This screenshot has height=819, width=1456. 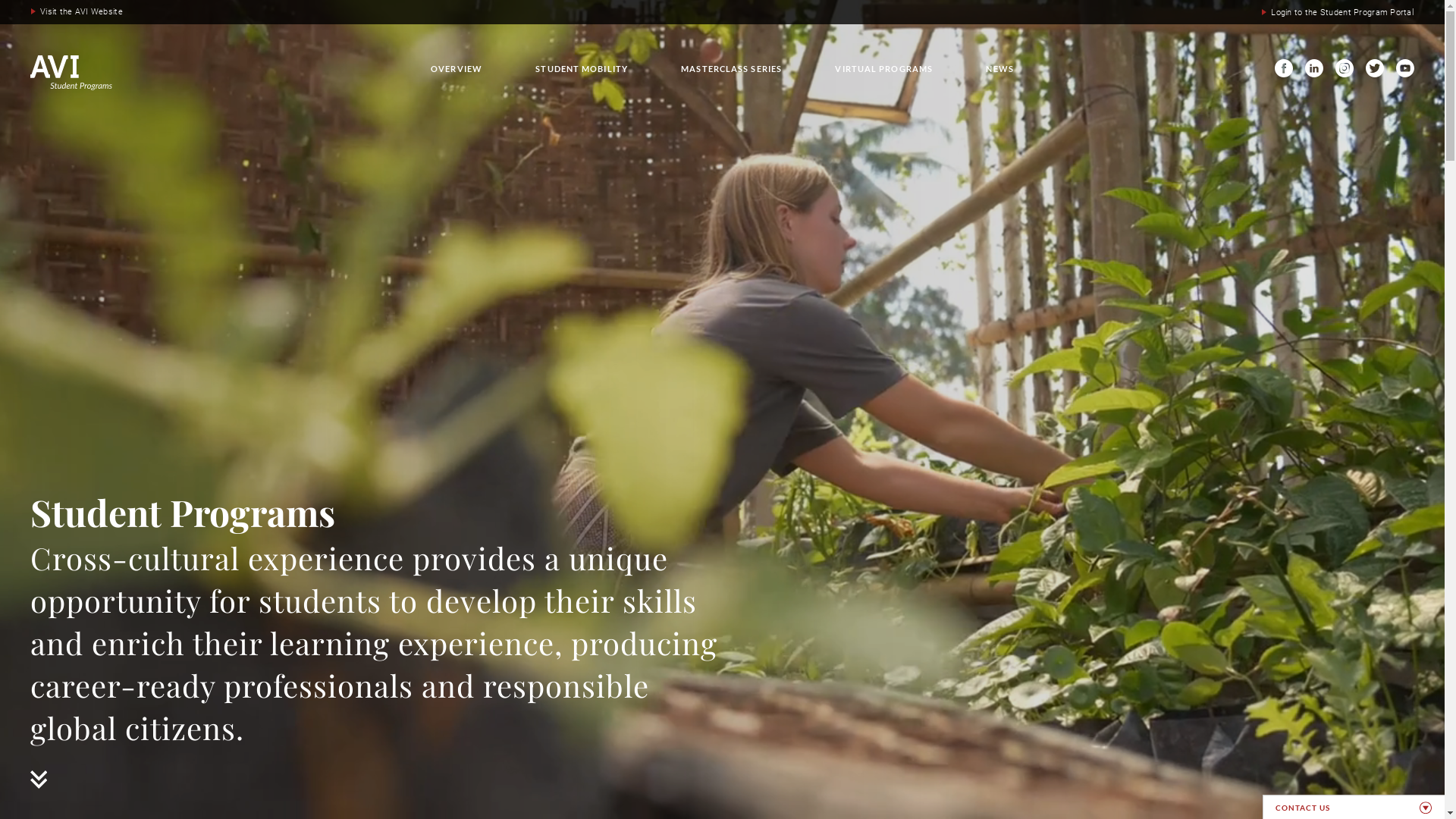 I want to click on 'VIRTUAL PROGRAMS', so click(x=883, y=68).